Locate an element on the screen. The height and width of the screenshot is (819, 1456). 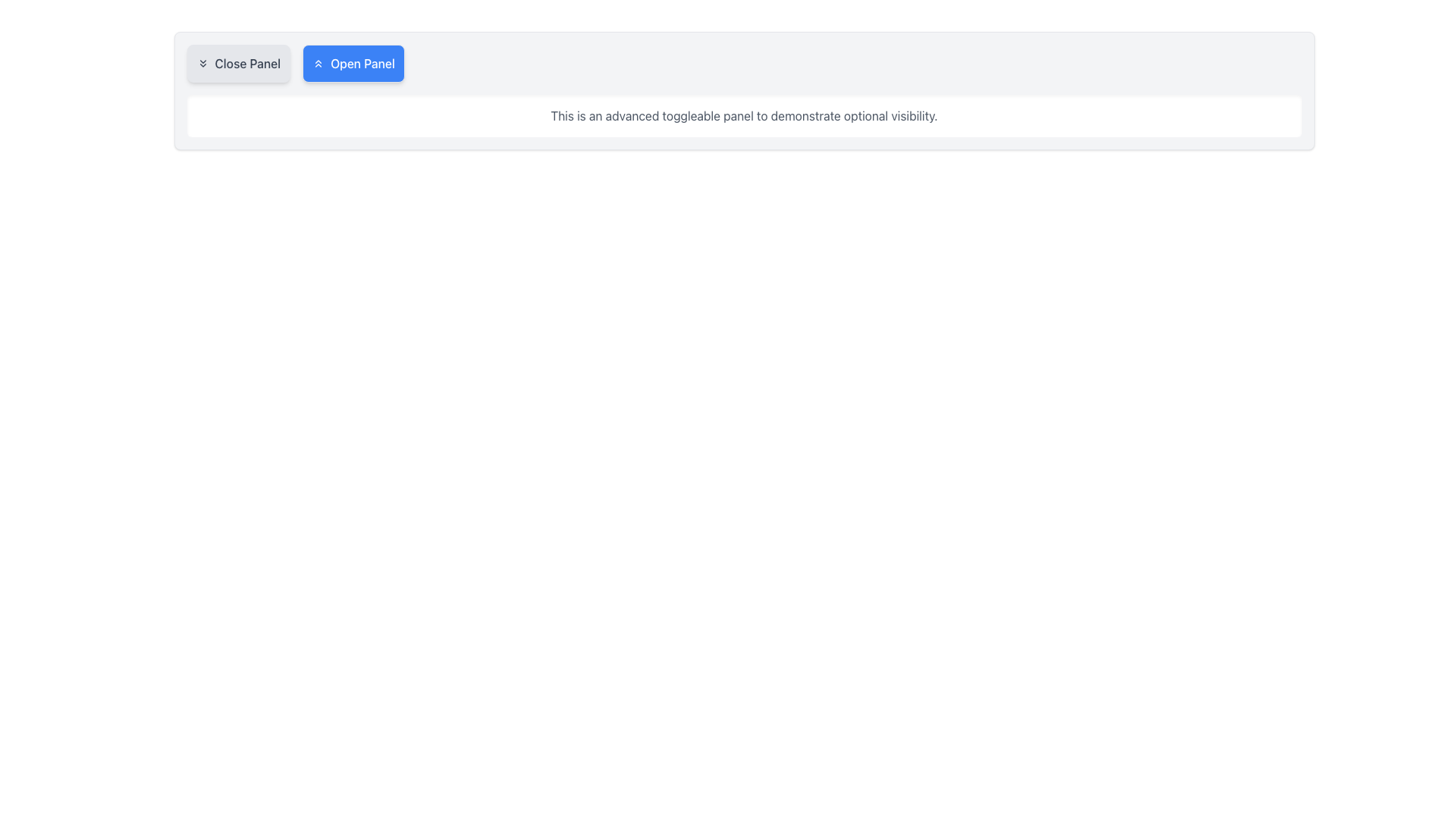
the downwards chevrons icon located inside the 'Close Panel' button, which has a light gray background and rounded rectangular border, positioned to the left of the text 'Close Panel' is located at coordinates (202, 63).